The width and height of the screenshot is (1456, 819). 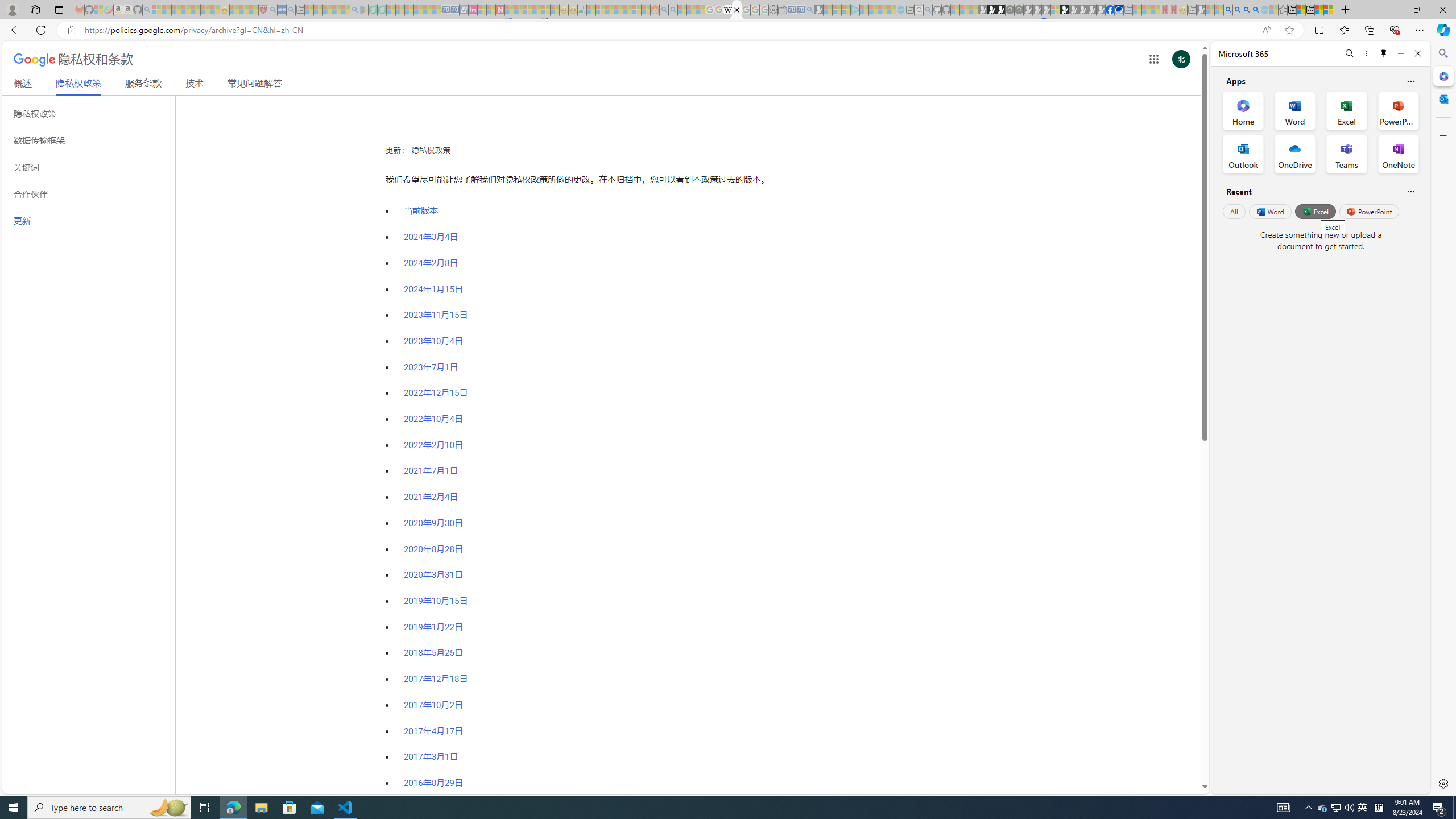 What do you see at coordinates (928, 9) in the screenshot?
I see `'github - Search - Sleeping'` at bounding box center [928, 9].